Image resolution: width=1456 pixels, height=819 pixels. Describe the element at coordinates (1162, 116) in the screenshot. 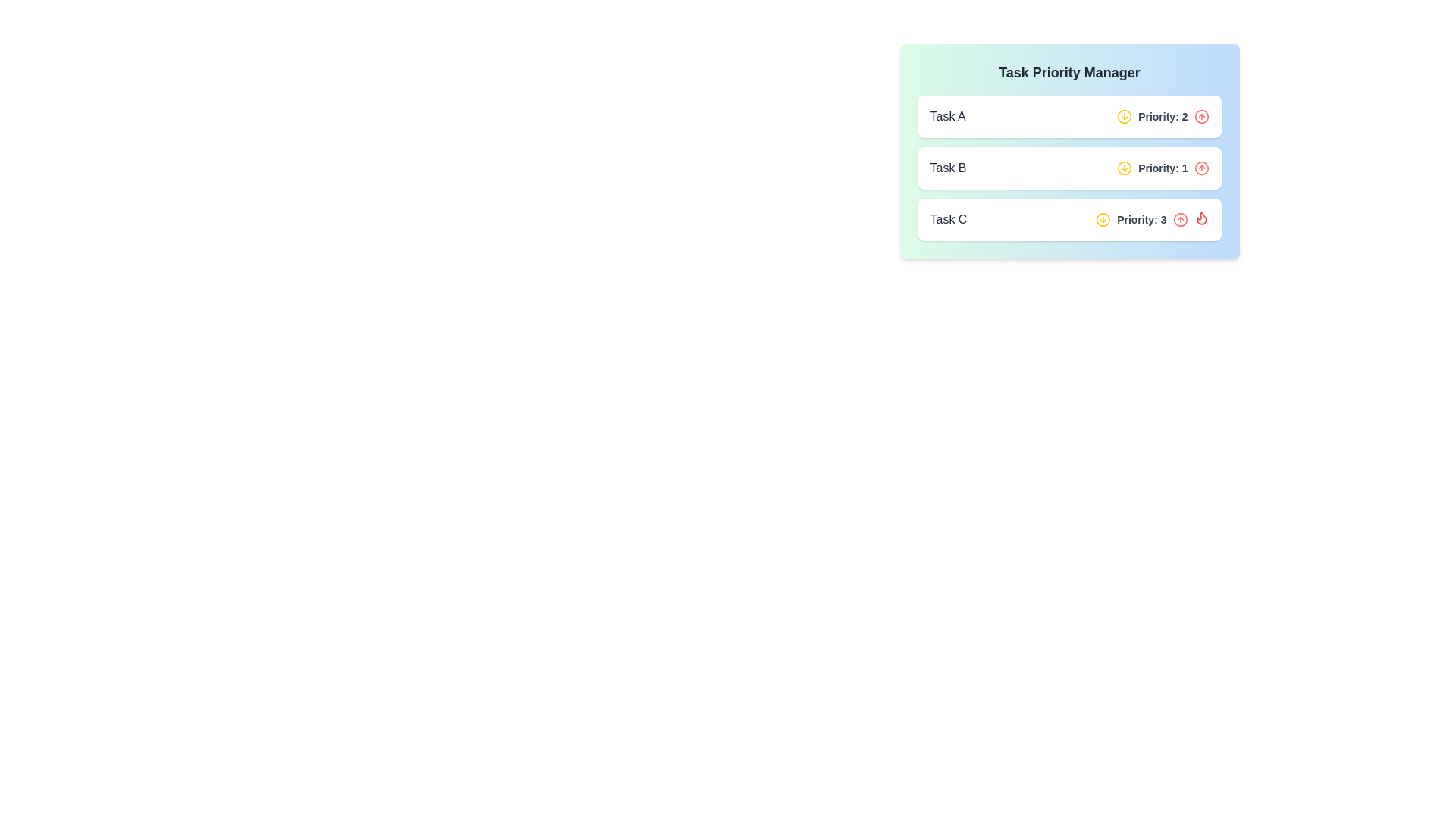

I see `the label displaying 'Priority: 2' with yellow downward and red upward arrow icons, located in the first task row of the 'Task Priority Manager' interface` at that location.